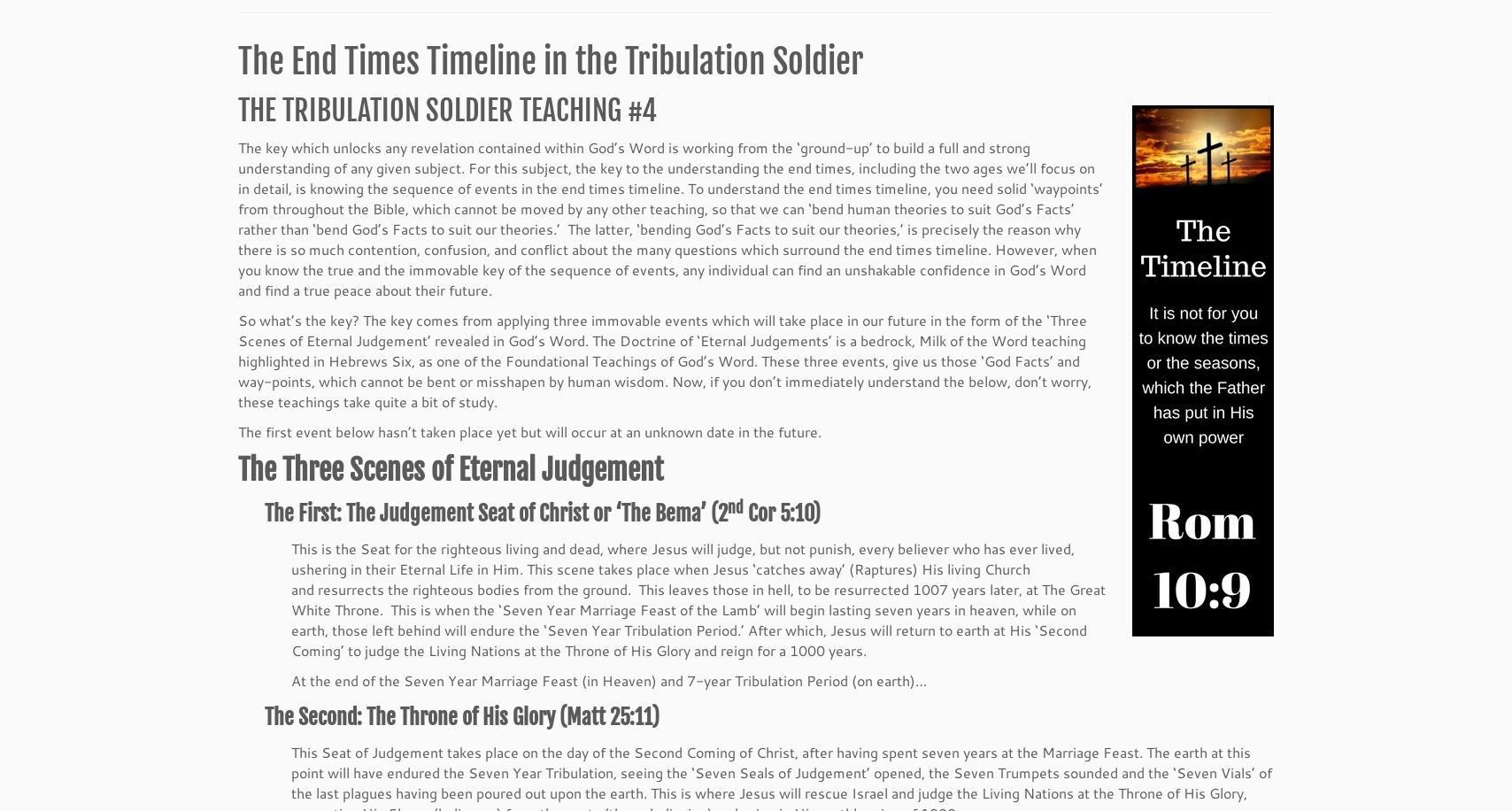  What do you see at coordinates (238, 62) in the screenshot?
I see `'The End Times Timeline in the Tribulation Soldier'` at bounding box center [238, 62].